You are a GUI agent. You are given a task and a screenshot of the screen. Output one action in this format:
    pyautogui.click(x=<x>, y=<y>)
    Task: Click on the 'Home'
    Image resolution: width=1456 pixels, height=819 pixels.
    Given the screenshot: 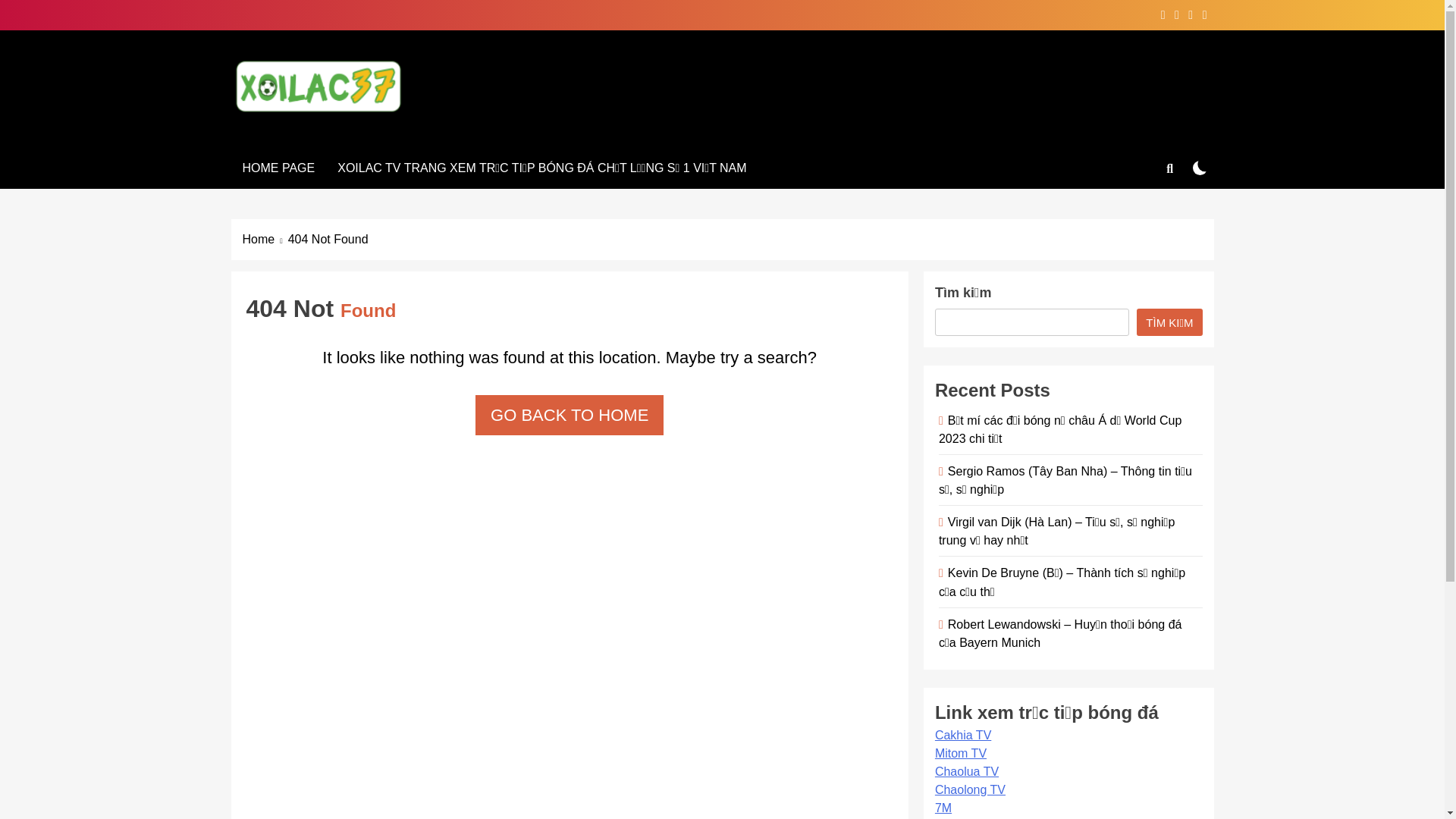 What is the action you would take?
    pyautogui.click(x=265, y=239)
    